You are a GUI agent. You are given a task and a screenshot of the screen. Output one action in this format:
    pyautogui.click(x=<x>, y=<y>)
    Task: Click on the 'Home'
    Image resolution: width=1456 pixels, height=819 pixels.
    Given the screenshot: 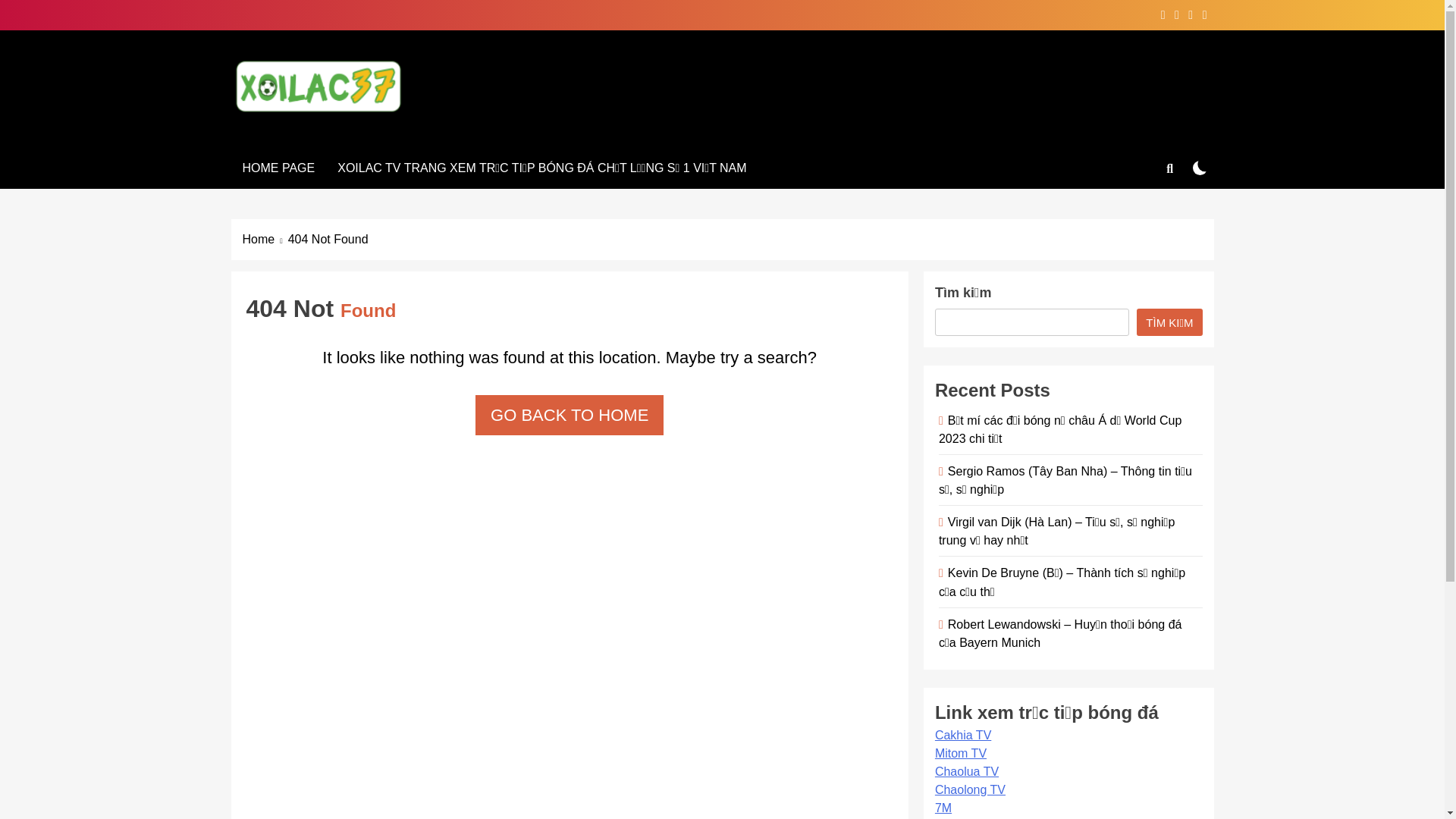 What is the action you would take?
    pyautogui.click(x=265, y=239)
    